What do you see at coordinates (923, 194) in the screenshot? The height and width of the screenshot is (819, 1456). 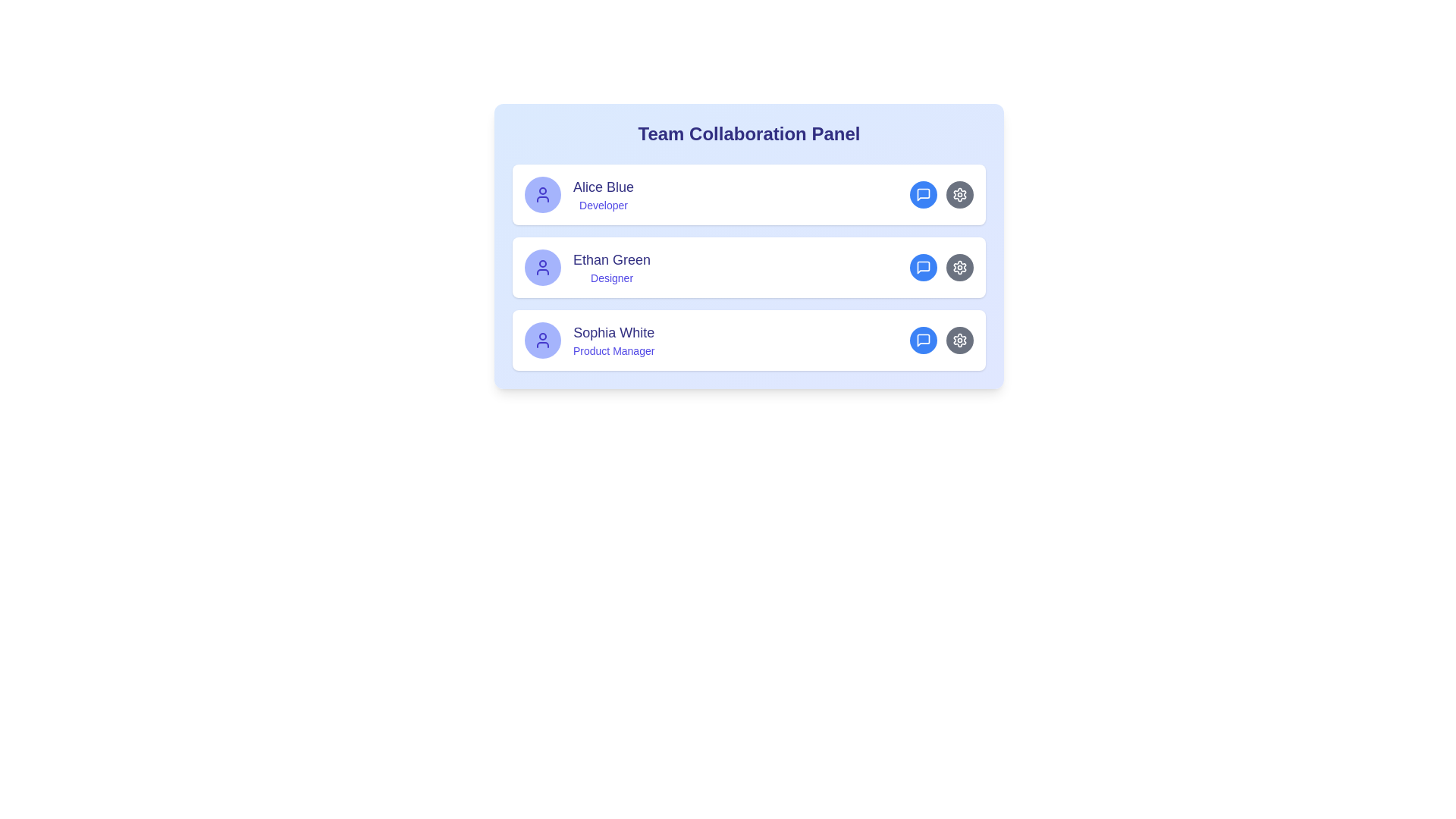 I see `the Icon button located in the topmost row of the user information cards to initiate a chat or message with Alice Blue` at bounding box center [923, 194].